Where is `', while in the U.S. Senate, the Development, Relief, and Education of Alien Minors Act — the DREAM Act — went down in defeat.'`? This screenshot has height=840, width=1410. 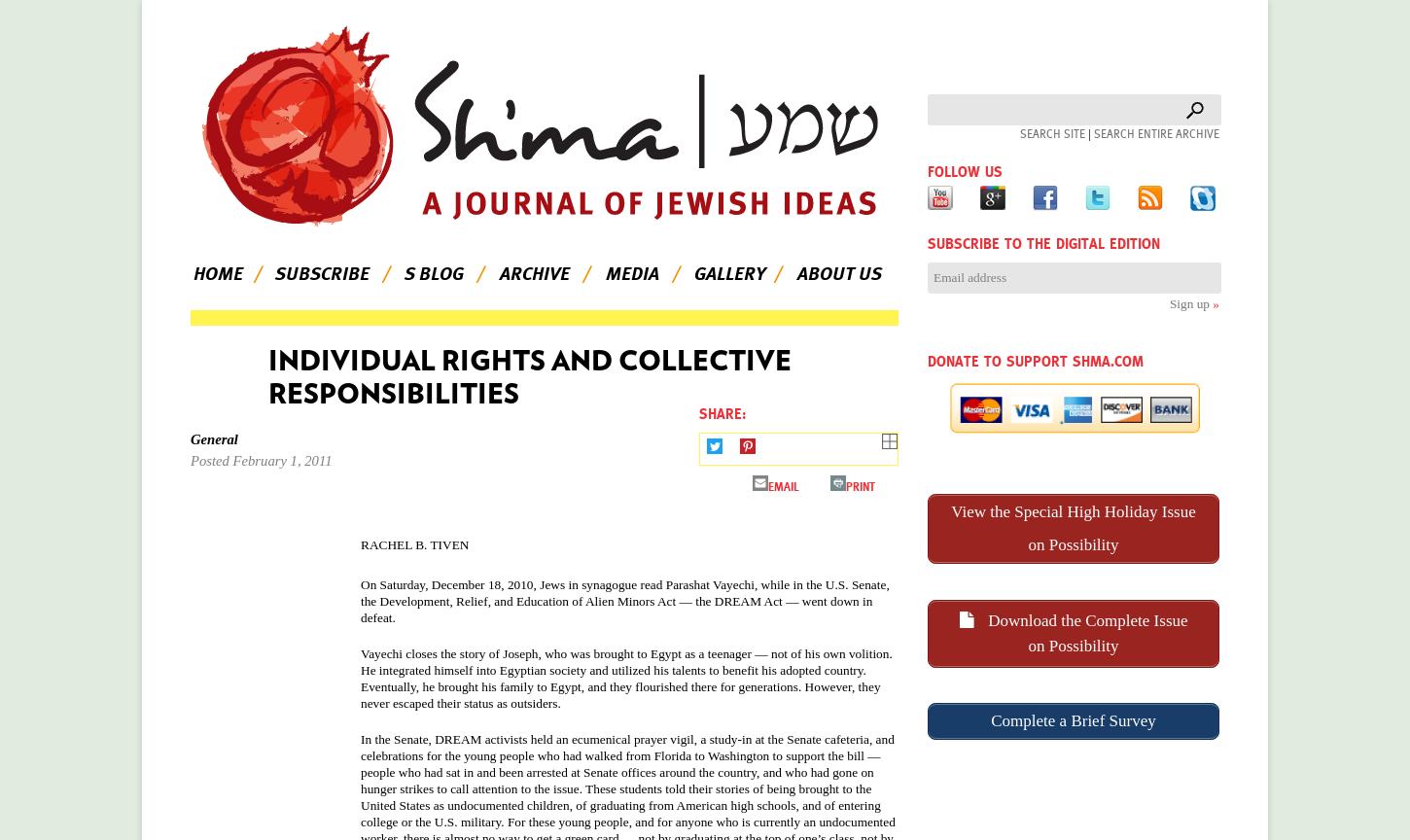 ', while in the U.S. Senate, the Development, Relief, and Education of Alien Minors Act — the DREAM Act — went down in defeat.' is located at coordinates (623, 599).